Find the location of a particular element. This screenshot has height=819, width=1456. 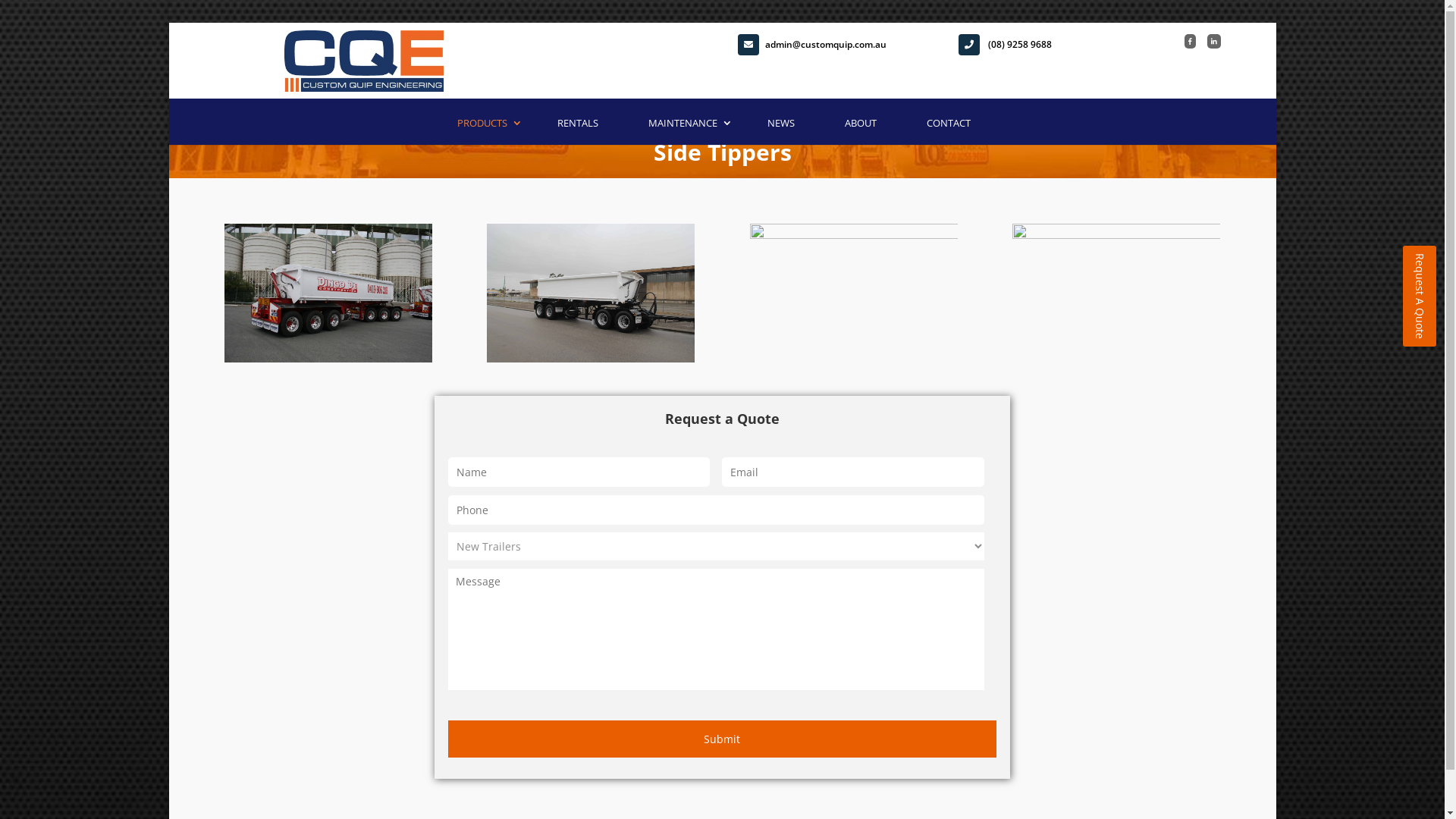

'(08) 9258 9688' is located at coordinates (974, 47).